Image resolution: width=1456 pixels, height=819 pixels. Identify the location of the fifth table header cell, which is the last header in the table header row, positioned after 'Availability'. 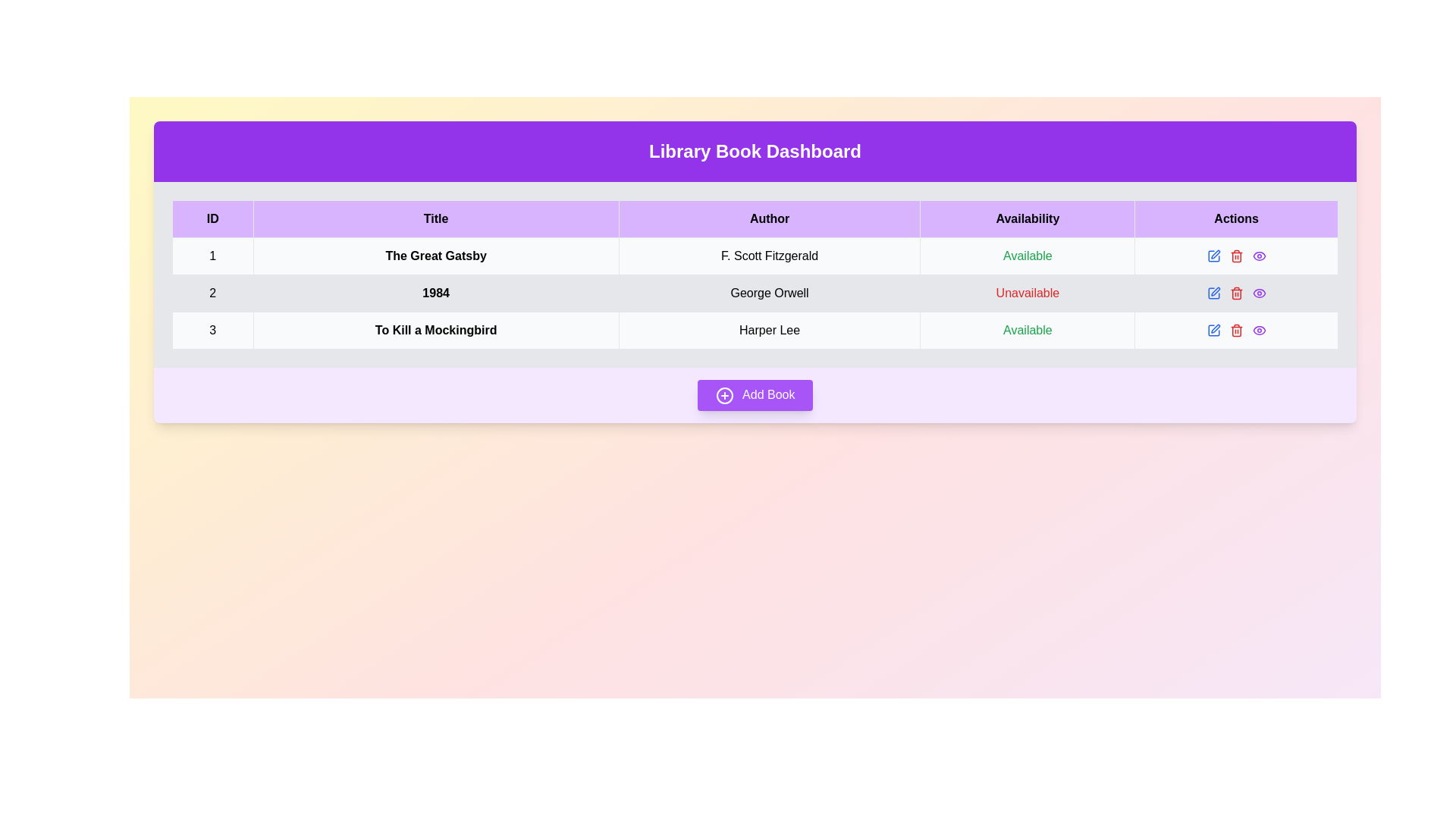
(1236, 219).